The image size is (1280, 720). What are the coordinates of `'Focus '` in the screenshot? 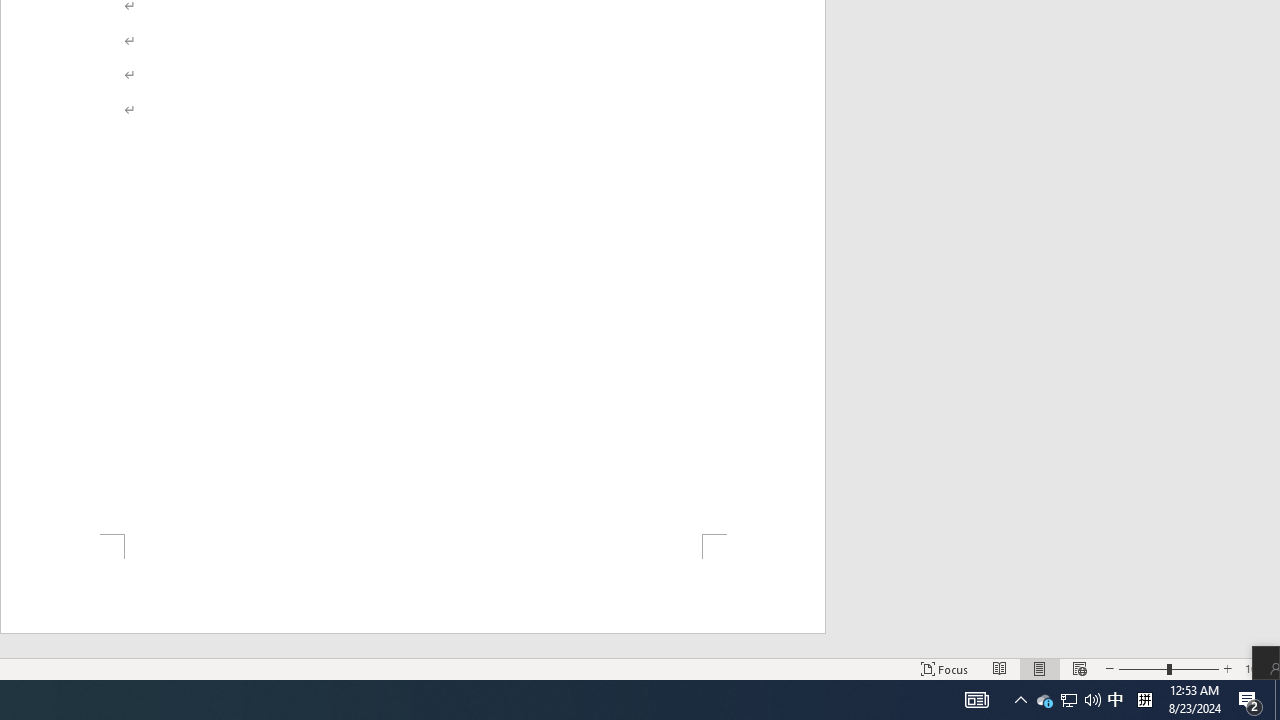 It's located at (943, 669).